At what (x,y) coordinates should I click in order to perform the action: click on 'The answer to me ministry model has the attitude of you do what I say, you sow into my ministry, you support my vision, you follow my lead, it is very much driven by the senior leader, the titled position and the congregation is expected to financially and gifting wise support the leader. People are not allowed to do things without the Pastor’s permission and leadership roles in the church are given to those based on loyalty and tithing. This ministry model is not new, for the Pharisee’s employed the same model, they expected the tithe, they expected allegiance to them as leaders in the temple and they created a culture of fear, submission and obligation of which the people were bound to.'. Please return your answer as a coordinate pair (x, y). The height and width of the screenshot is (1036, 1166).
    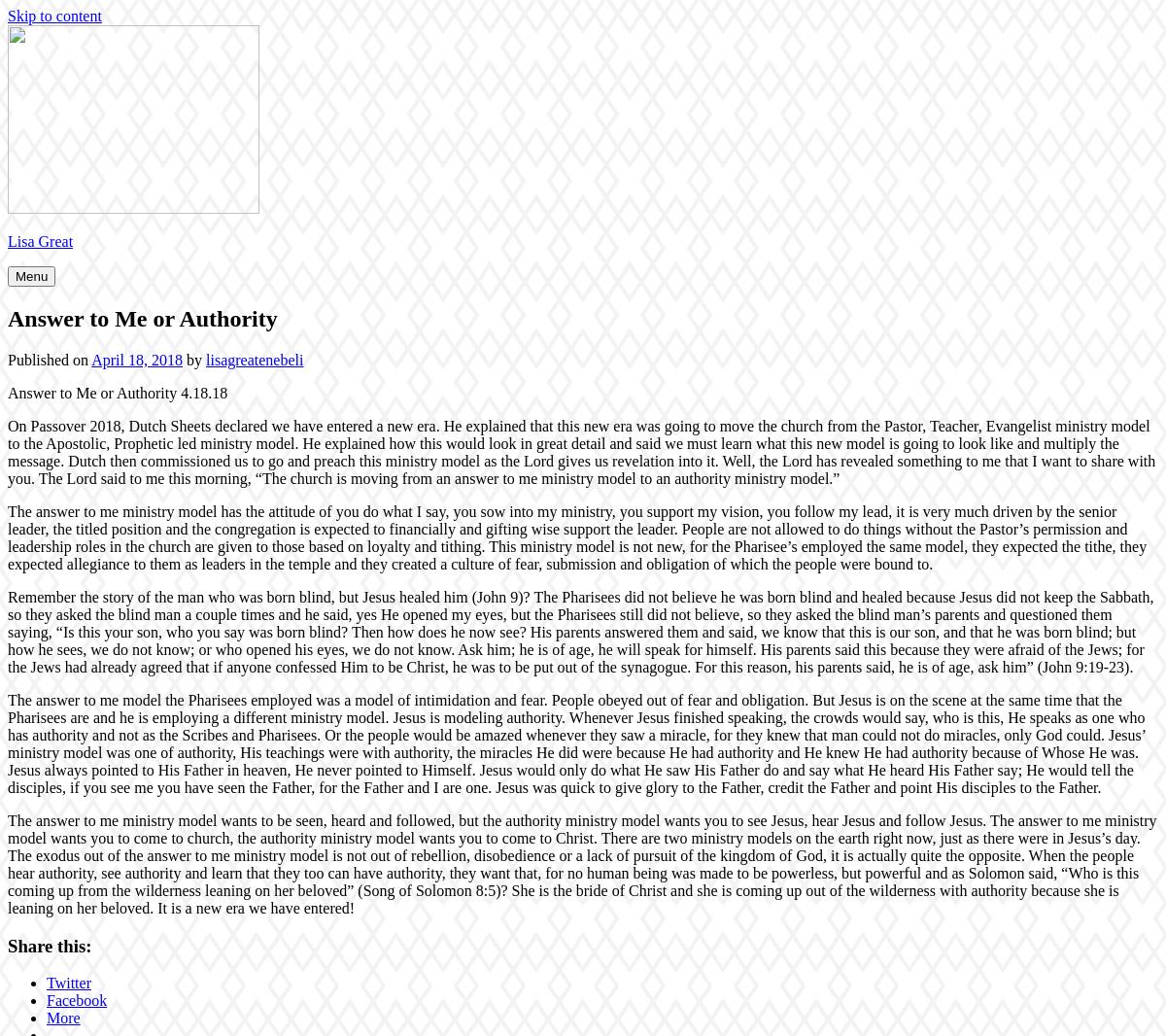
    Looking at the image, I should click on (576, 535).